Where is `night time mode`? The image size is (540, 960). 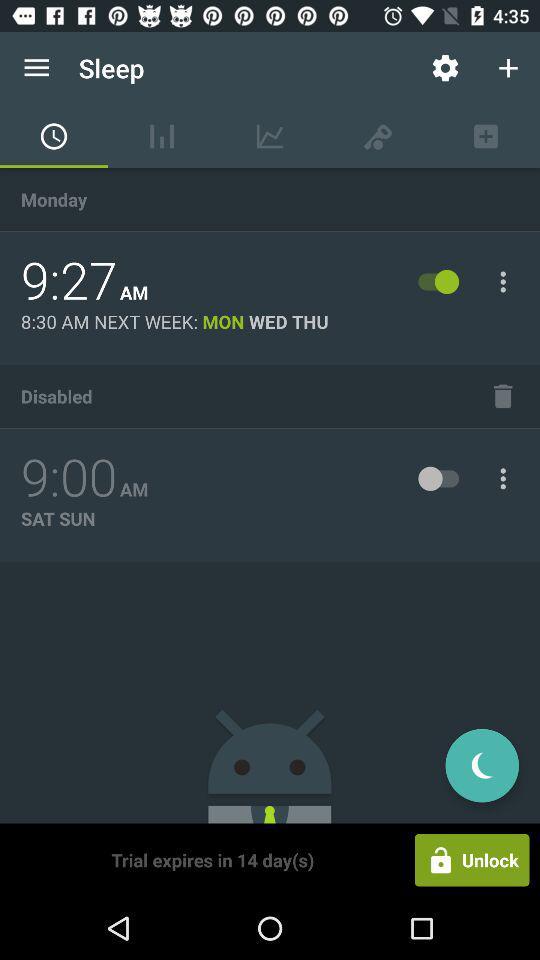
night time mode is located at coordinates (481, 764).